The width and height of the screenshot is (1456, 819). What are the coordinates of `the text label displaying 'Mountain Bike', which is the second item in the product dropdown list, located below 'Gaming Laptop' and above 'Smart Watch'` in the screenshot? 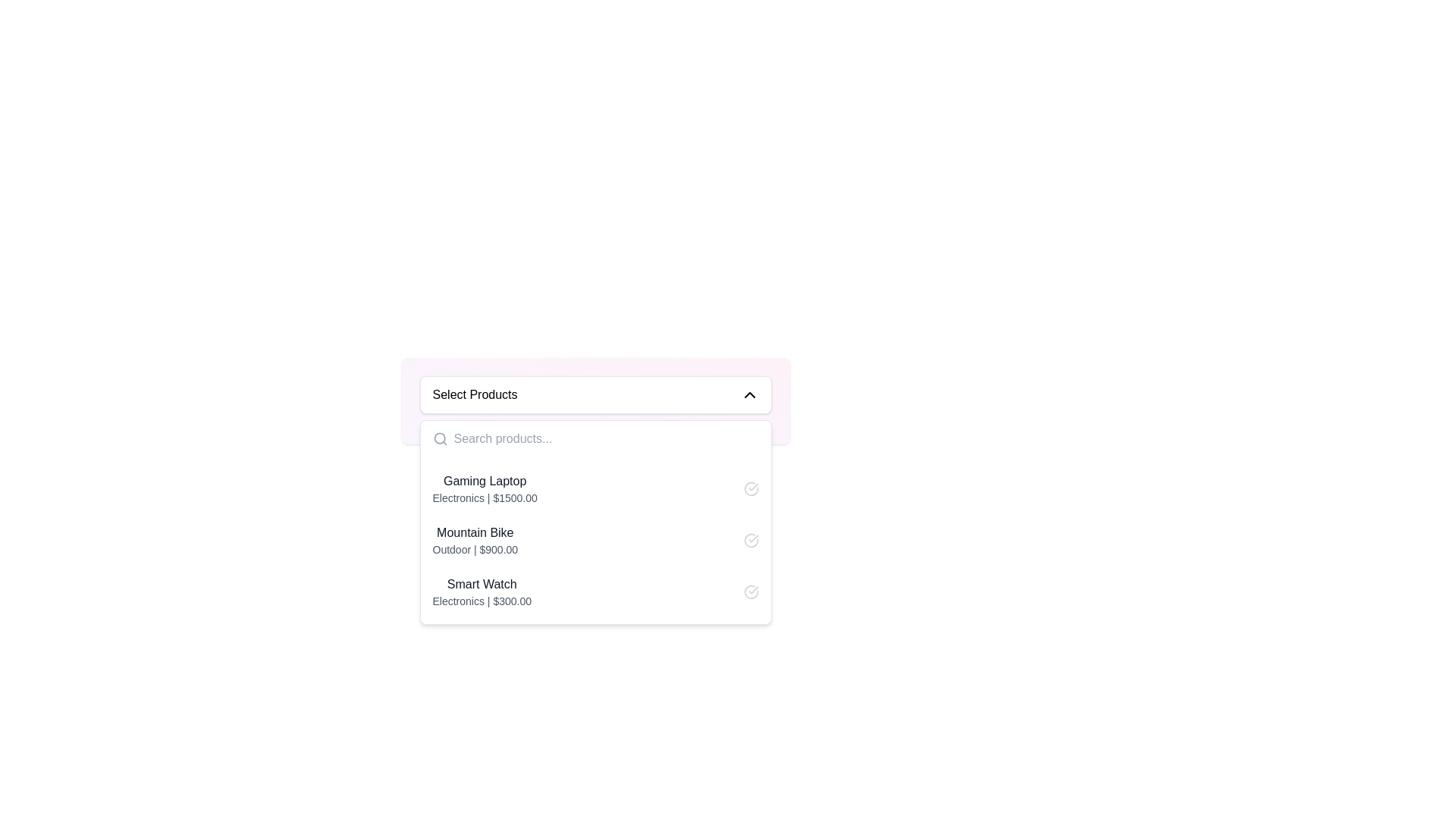 It's located at (474, 532).